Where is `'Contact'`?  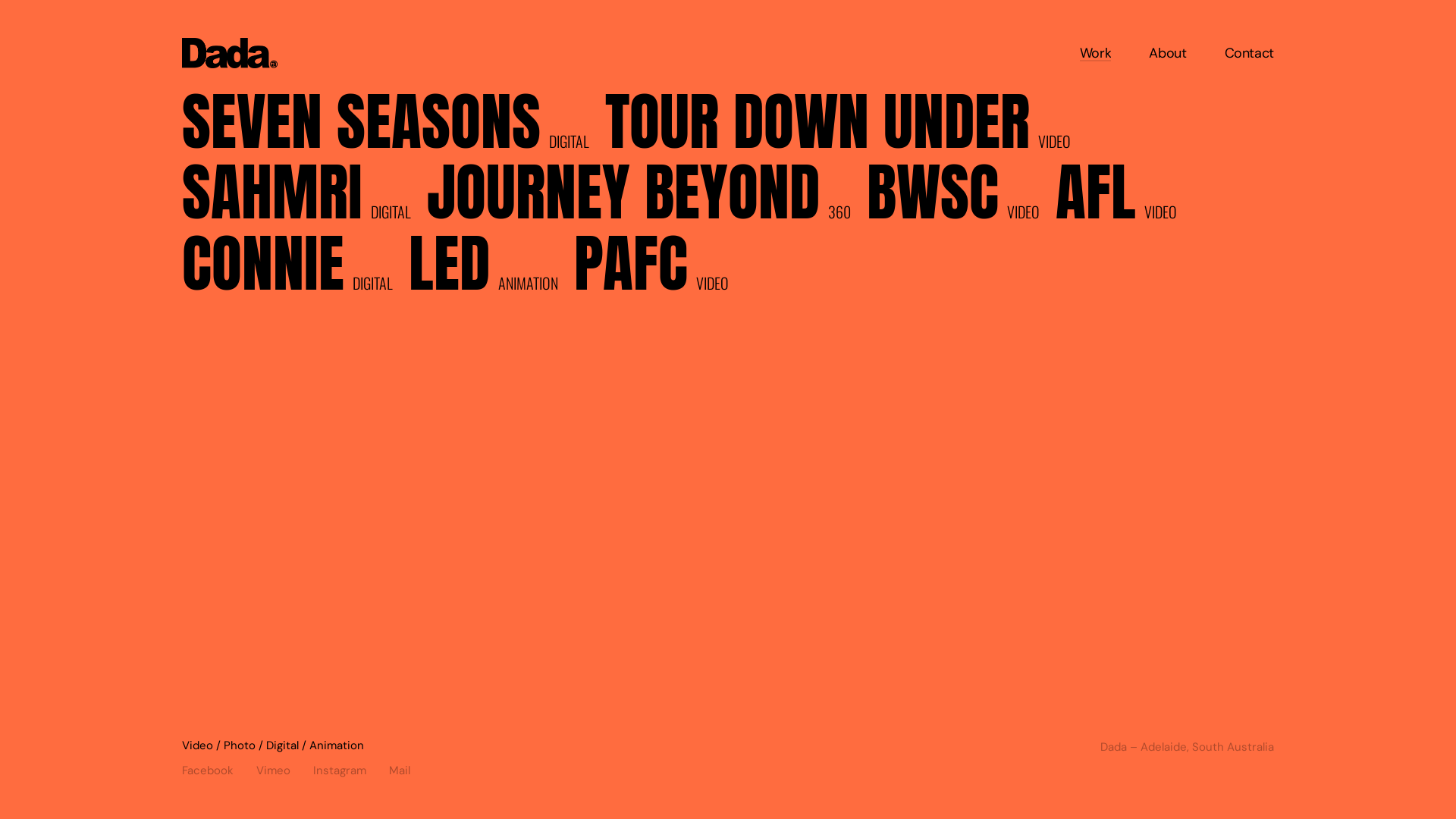
'Contact' is located at coordinates (1249, 52).